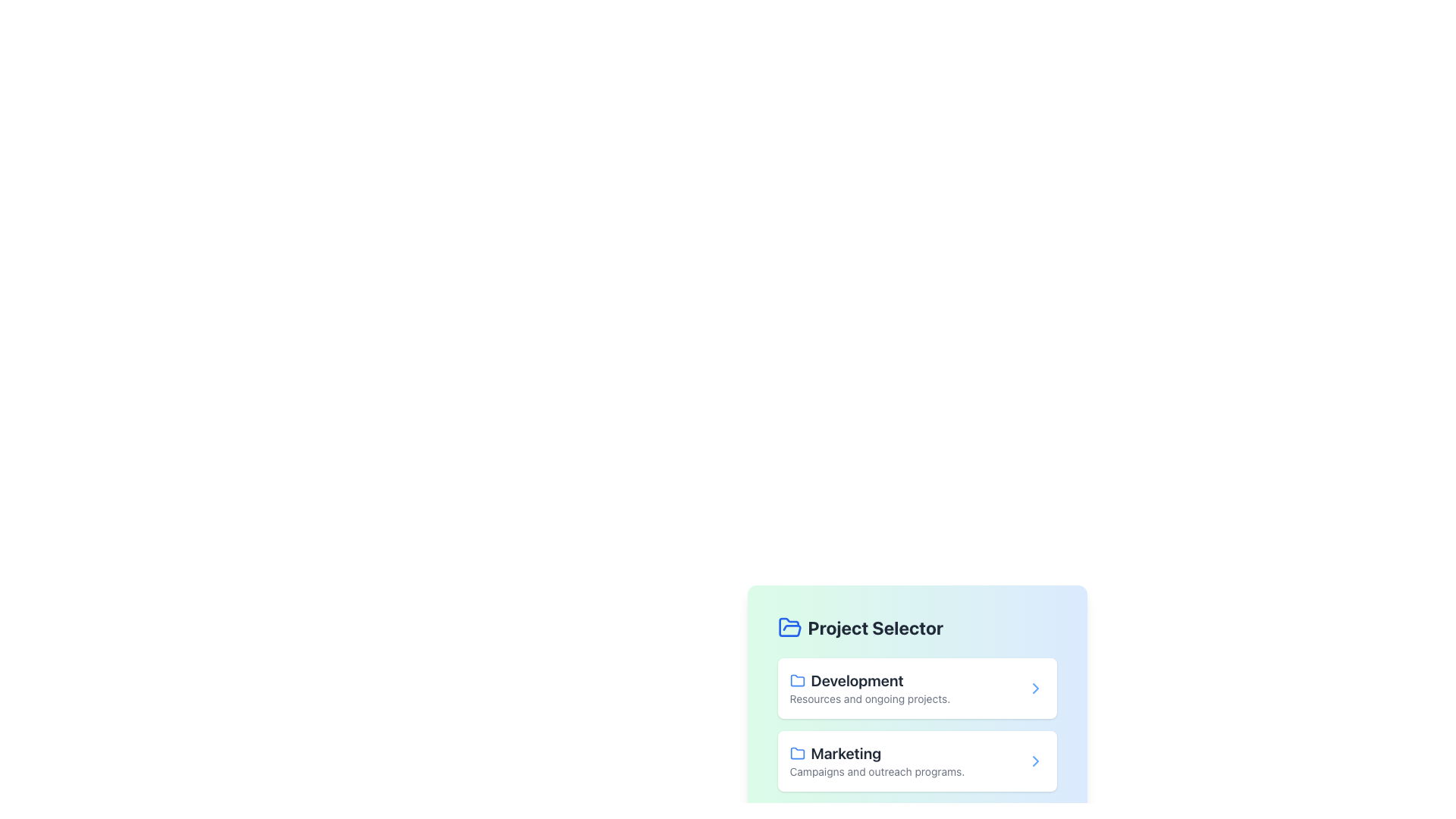  Describe the element at coordinates (870, 680) in the screenshot. I see `text content of the 'Development' label, which is styled in bold and appears dark gray next to a folder icon, located near the top of the list structure` at that location.